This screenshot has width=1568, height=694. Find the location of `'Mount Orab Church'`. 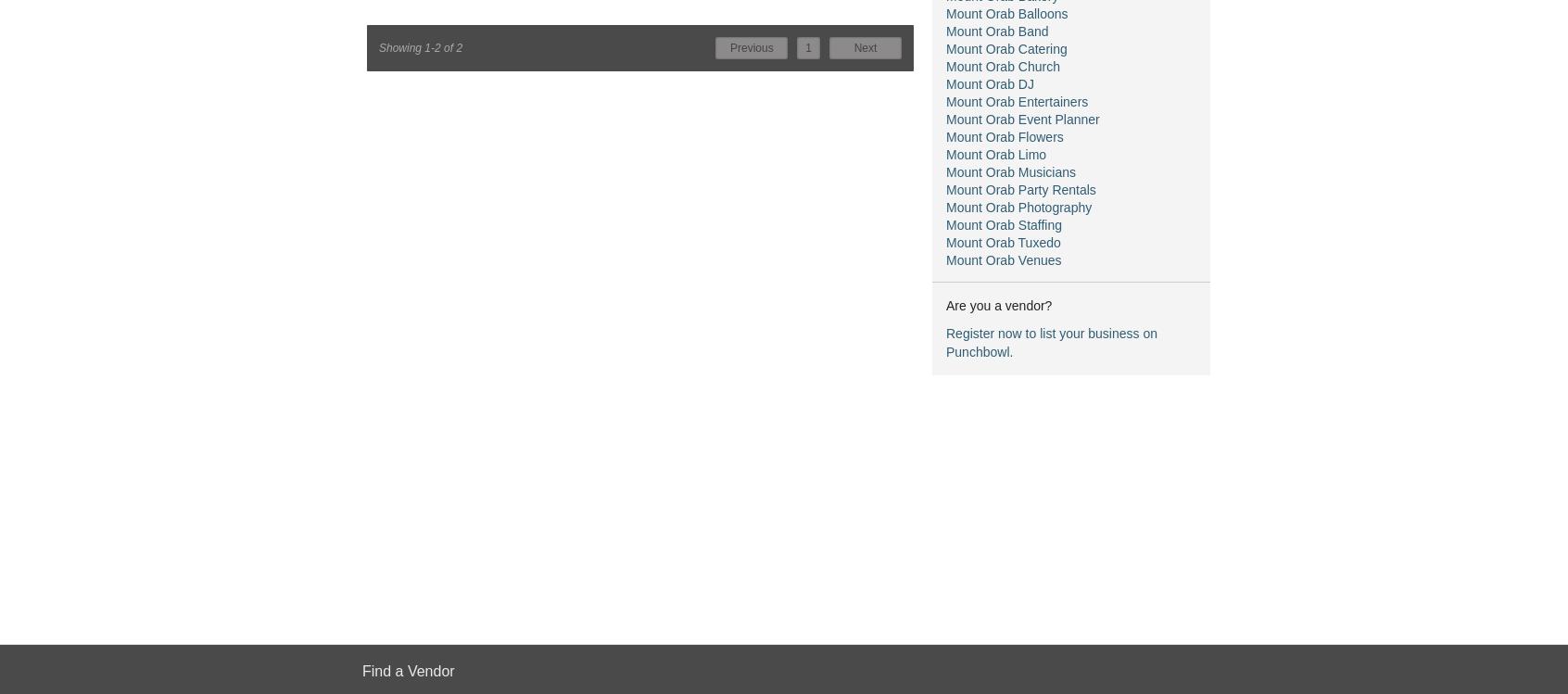

'Mount Orab Church' is located at coordinates (944, 65).